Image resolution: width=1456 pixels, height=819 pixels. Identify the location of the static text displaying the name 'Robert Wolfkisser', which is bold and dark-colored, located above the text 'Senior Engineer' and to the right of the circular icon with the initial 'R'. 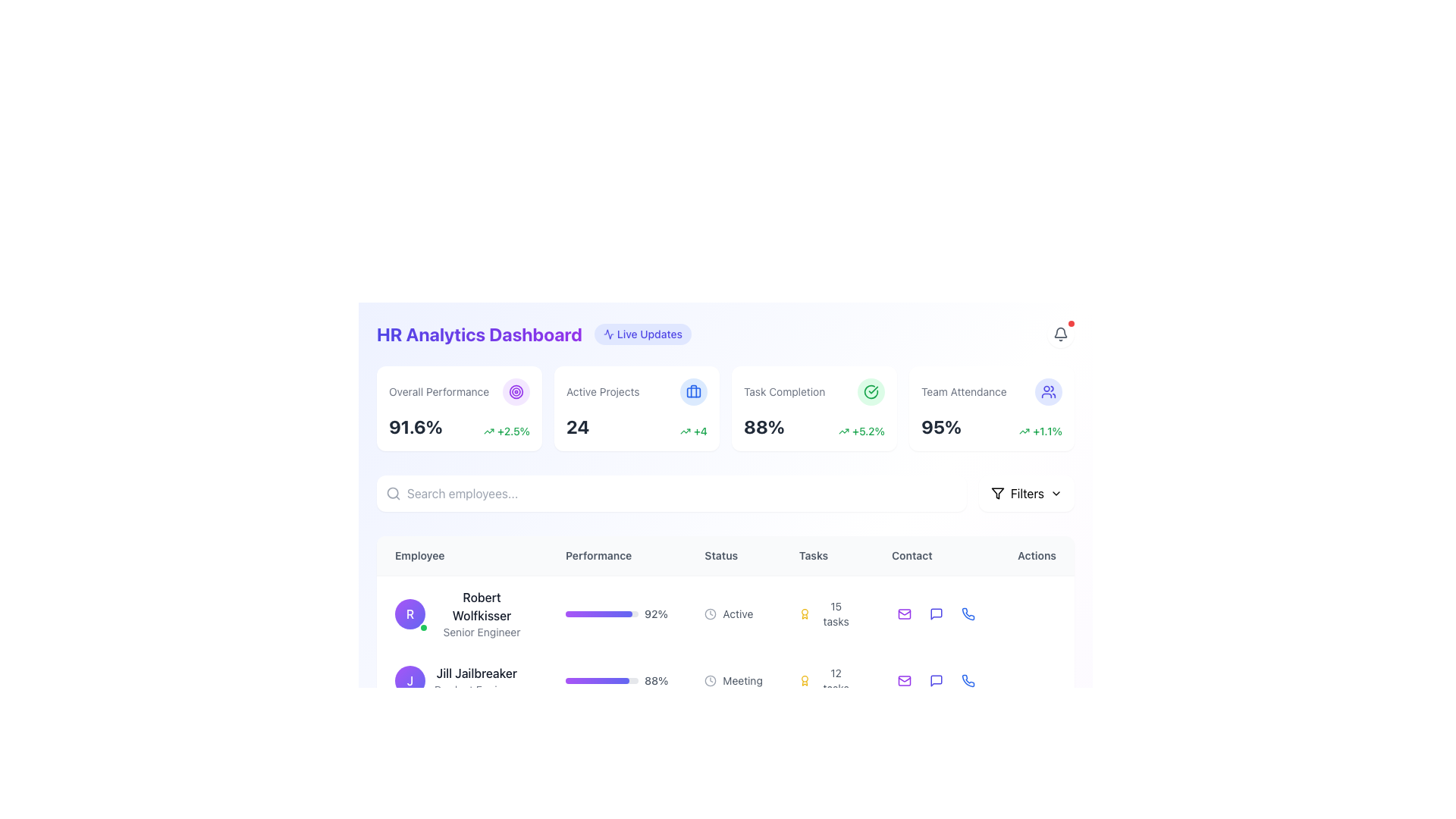
(481, 605).